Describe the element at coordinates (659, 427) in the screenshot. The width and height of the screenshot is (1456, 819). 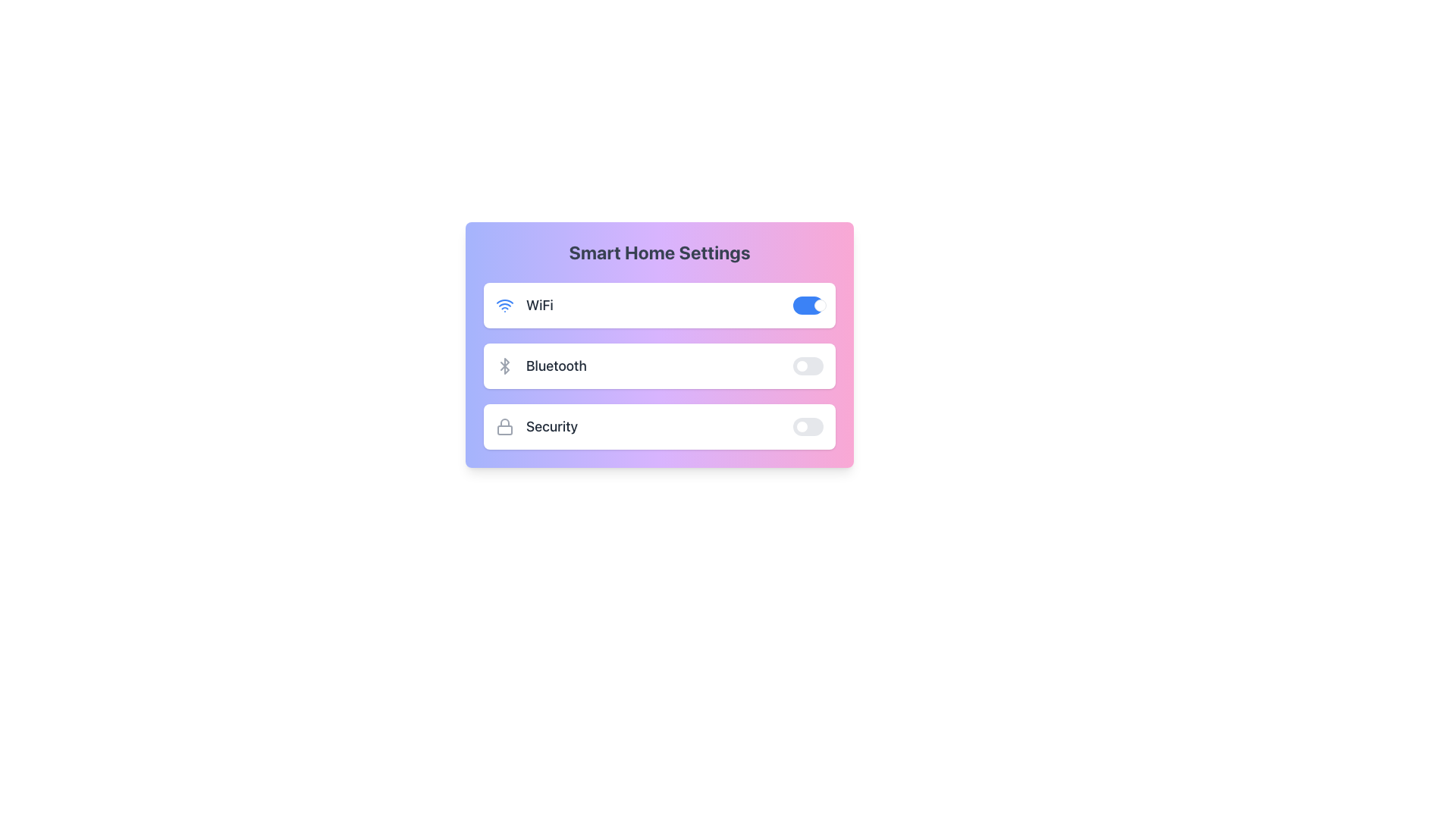
I see `the third Togglable List Item in the vertically aligned options list` at that location.